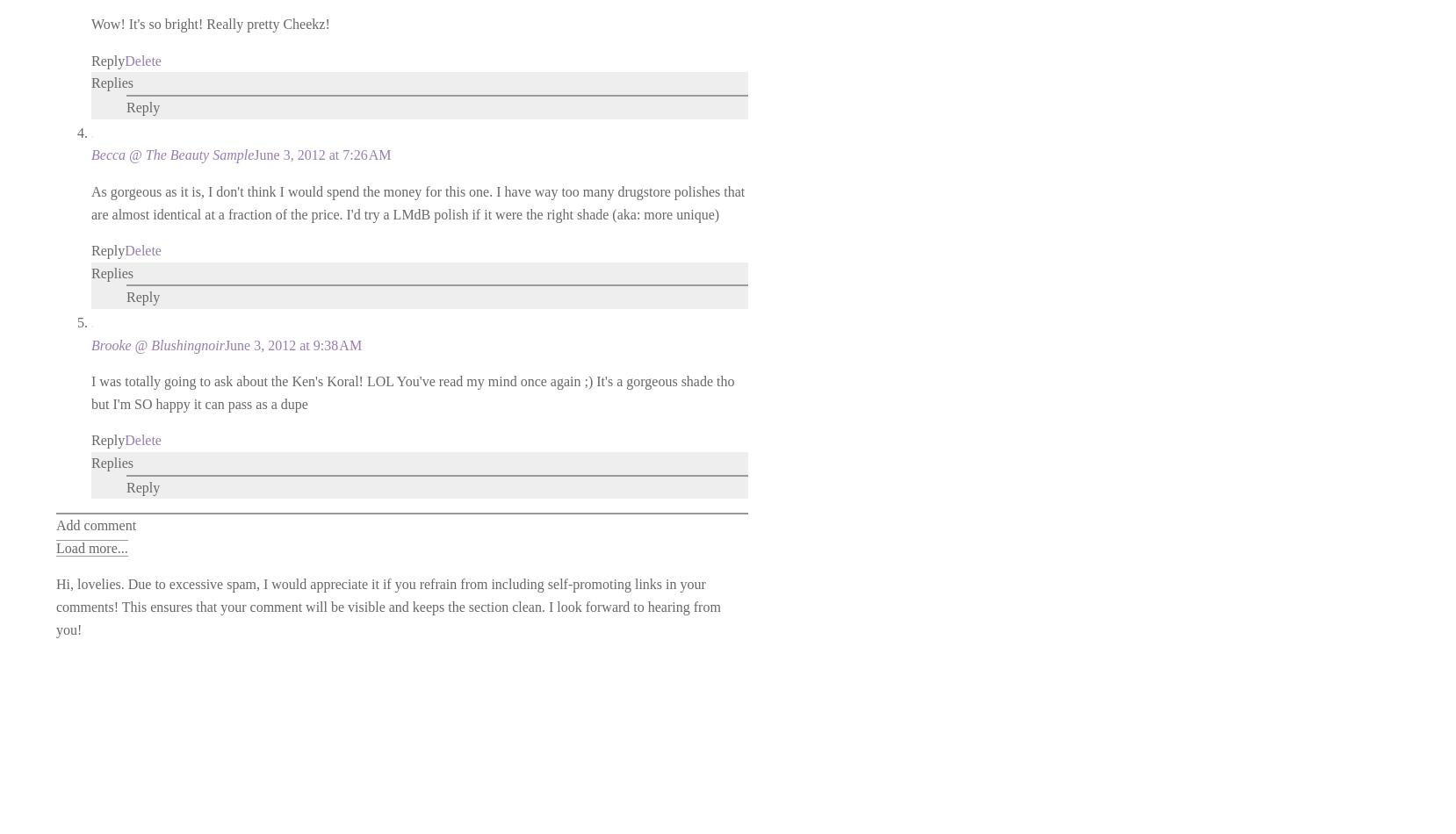 The width and height of the screenshot is (1456, 834). What do you see at coordinates (418, 202) in the screenshot?
I see `'As gorgeous as it is, I don't think I would spend the money for this one. I have way too many drugstore polishes that are almost identical at a fraction of the price. I'd try a LMdB polish if it were the right shade (aka: more unique)'` at bounding box center [418, 202].